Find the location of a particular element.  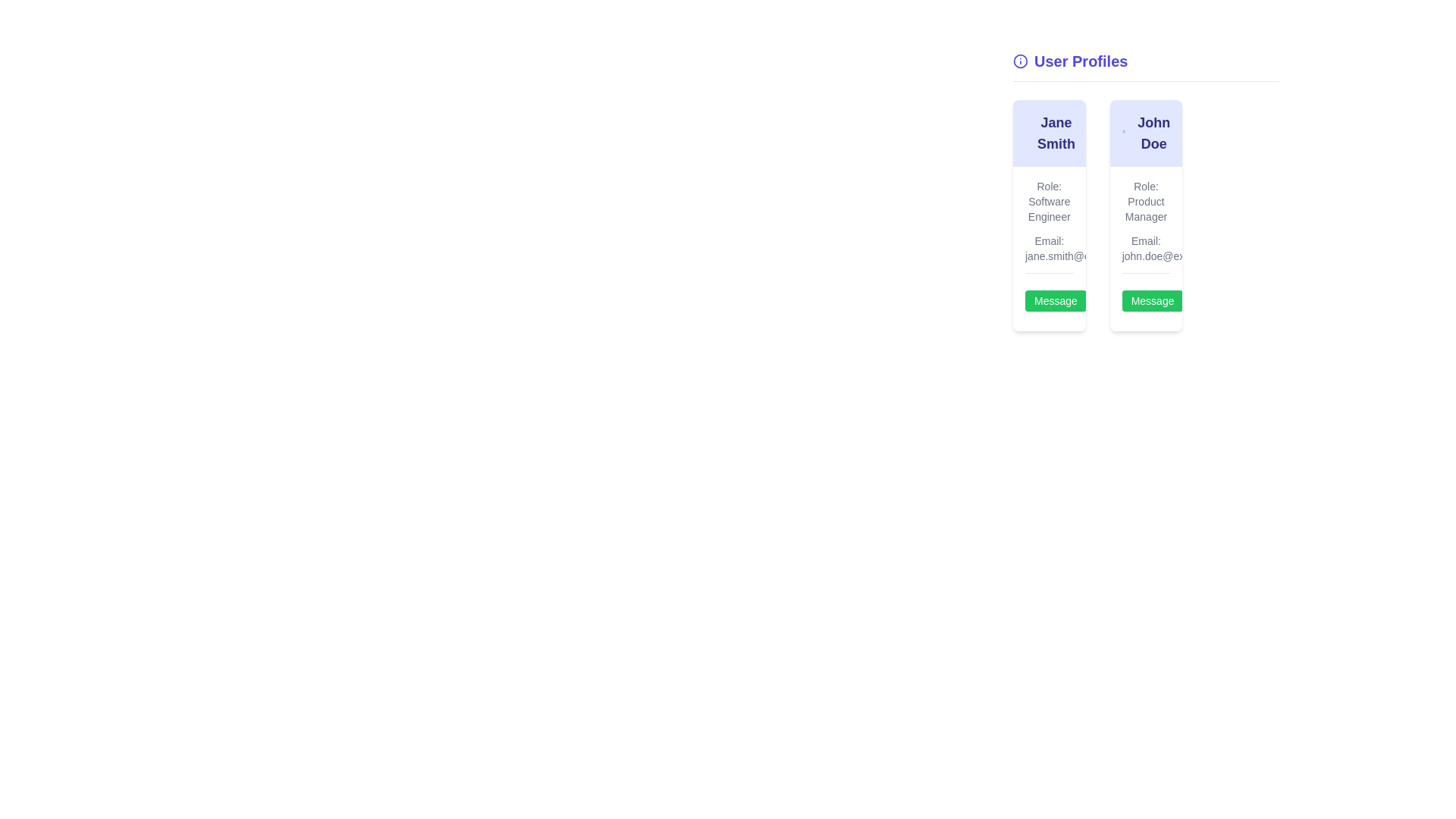

the static text label displaying 'Role: Software Engineer' located inside the profile card for 'Jane Smith' in the 'User Profiles' section is located at coordinates (1048, 201).